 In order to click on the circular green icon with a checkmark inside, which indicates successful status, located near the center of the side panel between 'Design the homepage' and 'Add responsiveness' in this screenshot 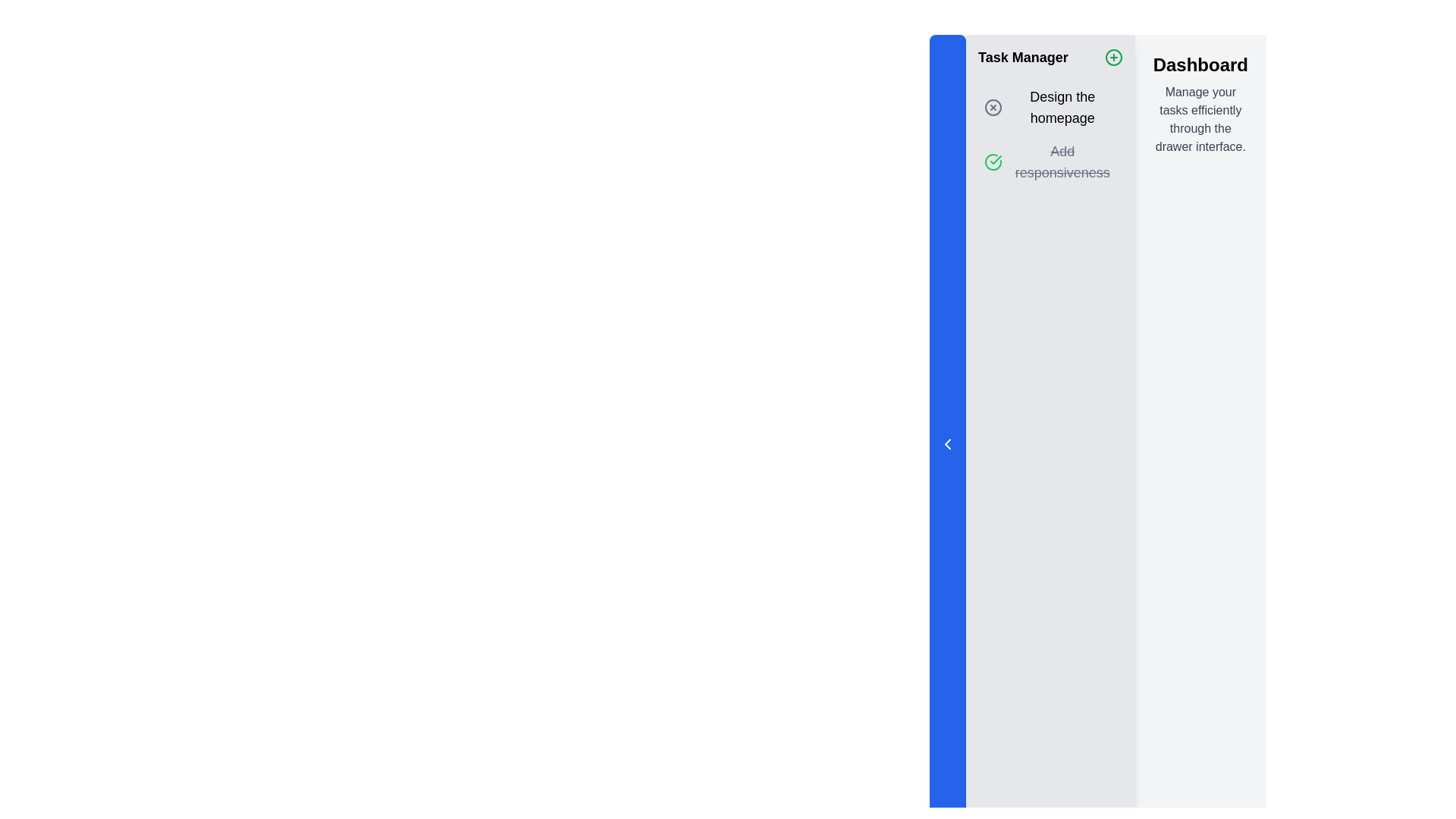, I will do `click(993, 162)`.